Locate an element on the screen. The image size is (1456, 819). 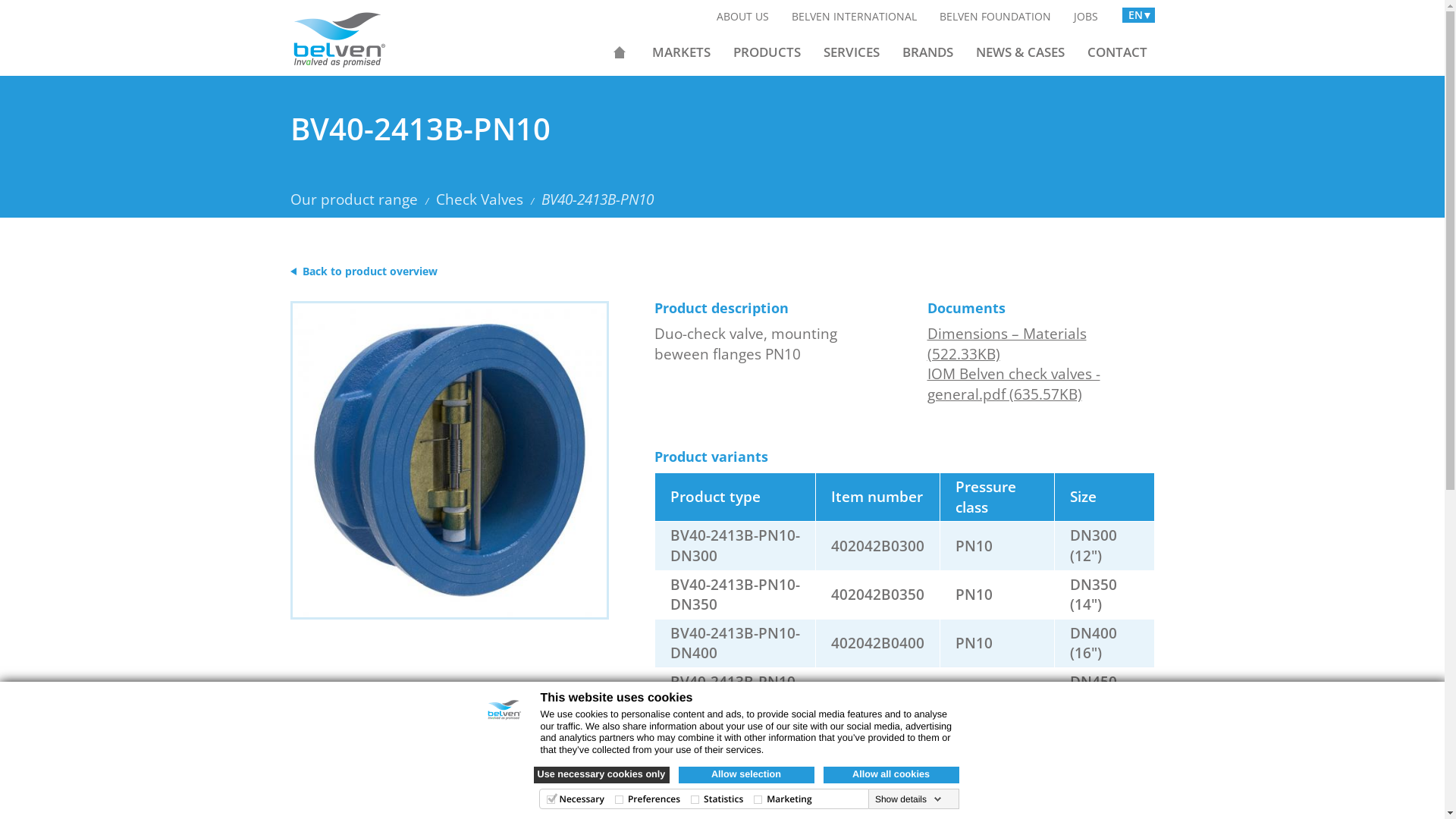
'Use necessary cookies only' is located at coordinates (601, 775).